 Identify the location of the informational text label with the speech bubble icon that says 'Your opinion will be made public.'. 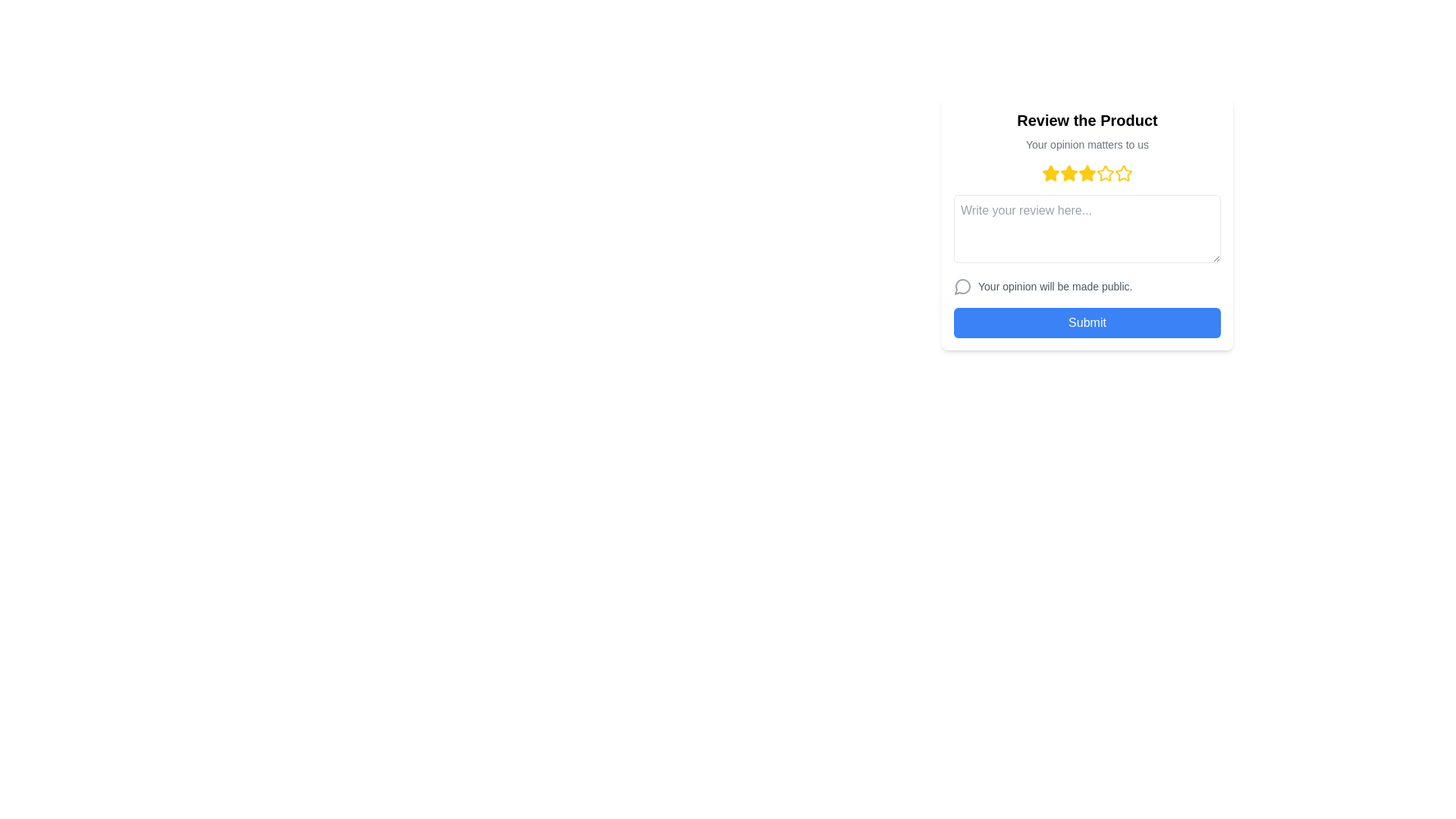
(1087, 287).